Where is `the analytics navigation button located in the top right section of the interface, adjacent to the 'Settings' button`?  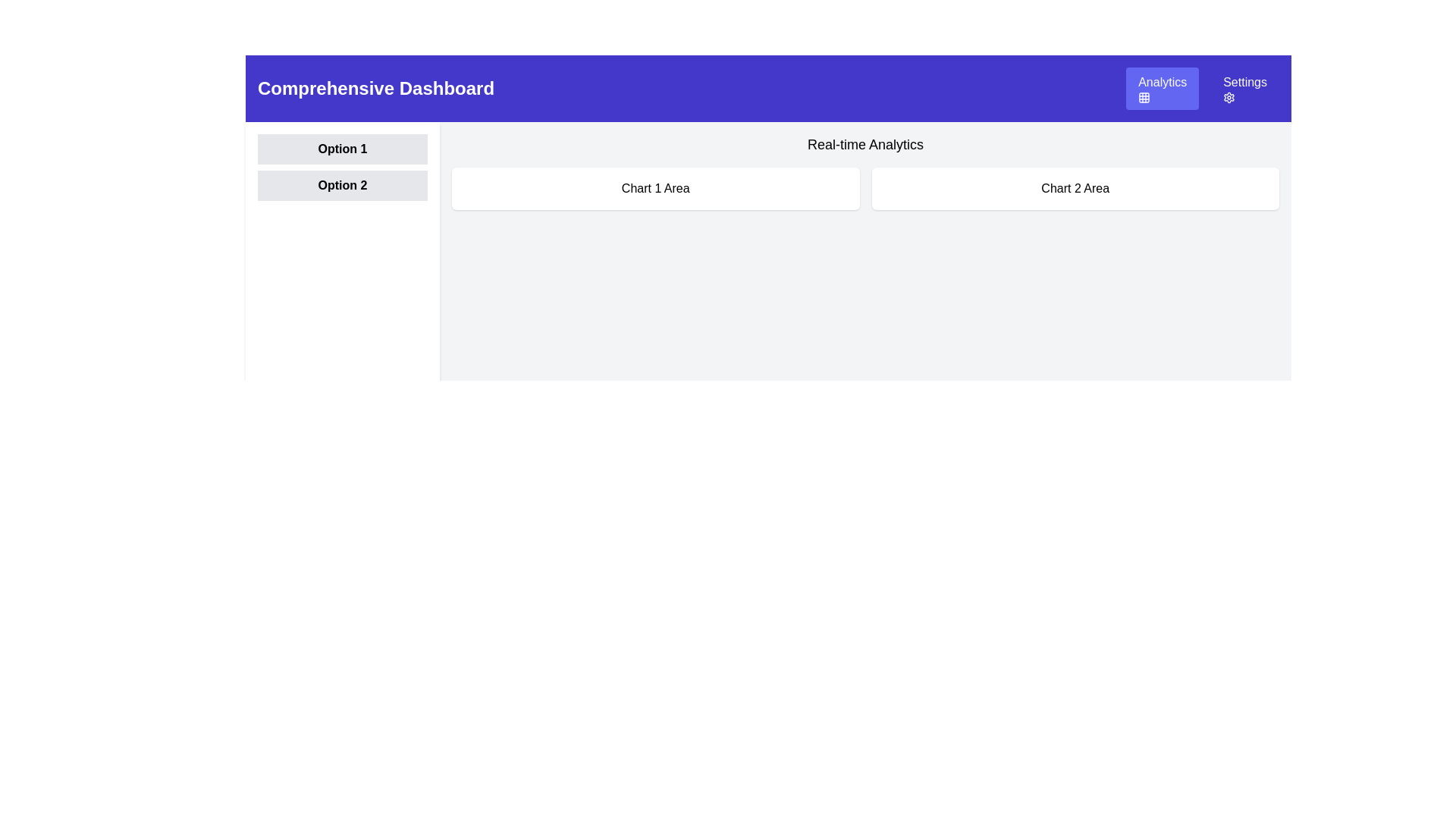
the analytics navigation button located in the top right section of the interface, adjacent to the 'Settings' button is located at coordinates (1162, 88).